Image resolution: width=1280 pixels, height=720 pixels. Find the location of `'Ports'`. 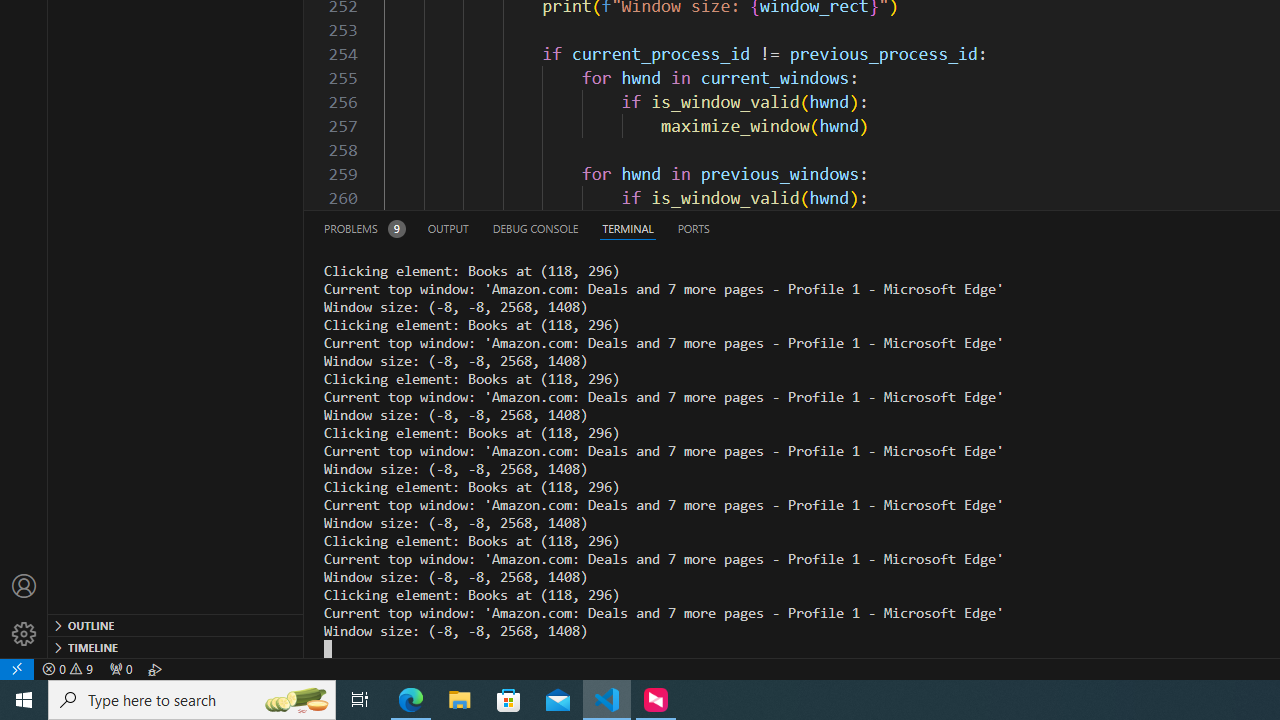

'Ports' is located at coordinates (693, 227).